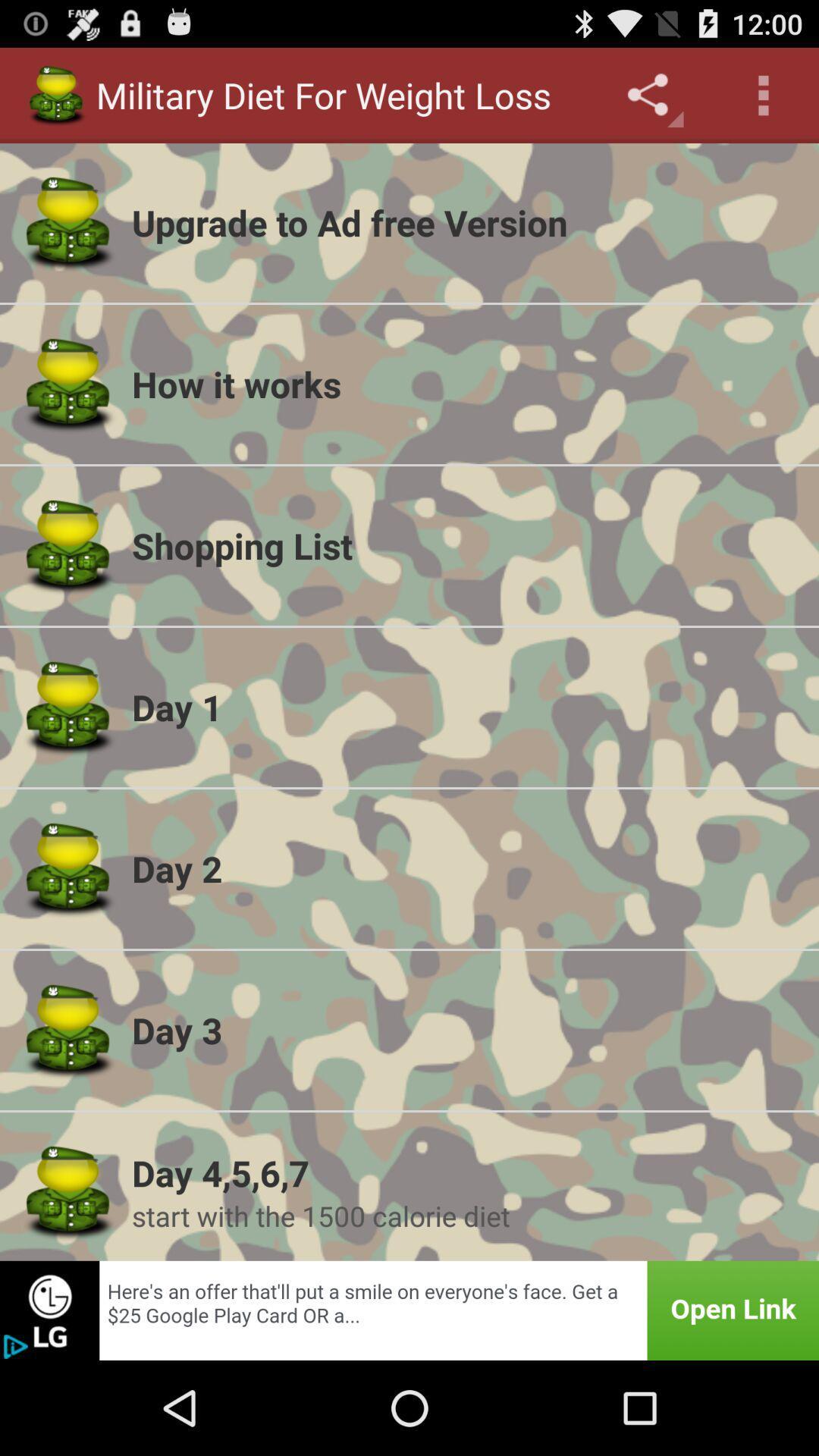  Describe the element at coordinates (465, 1030) in the screenshot. I see `day 3 icon` at that location.